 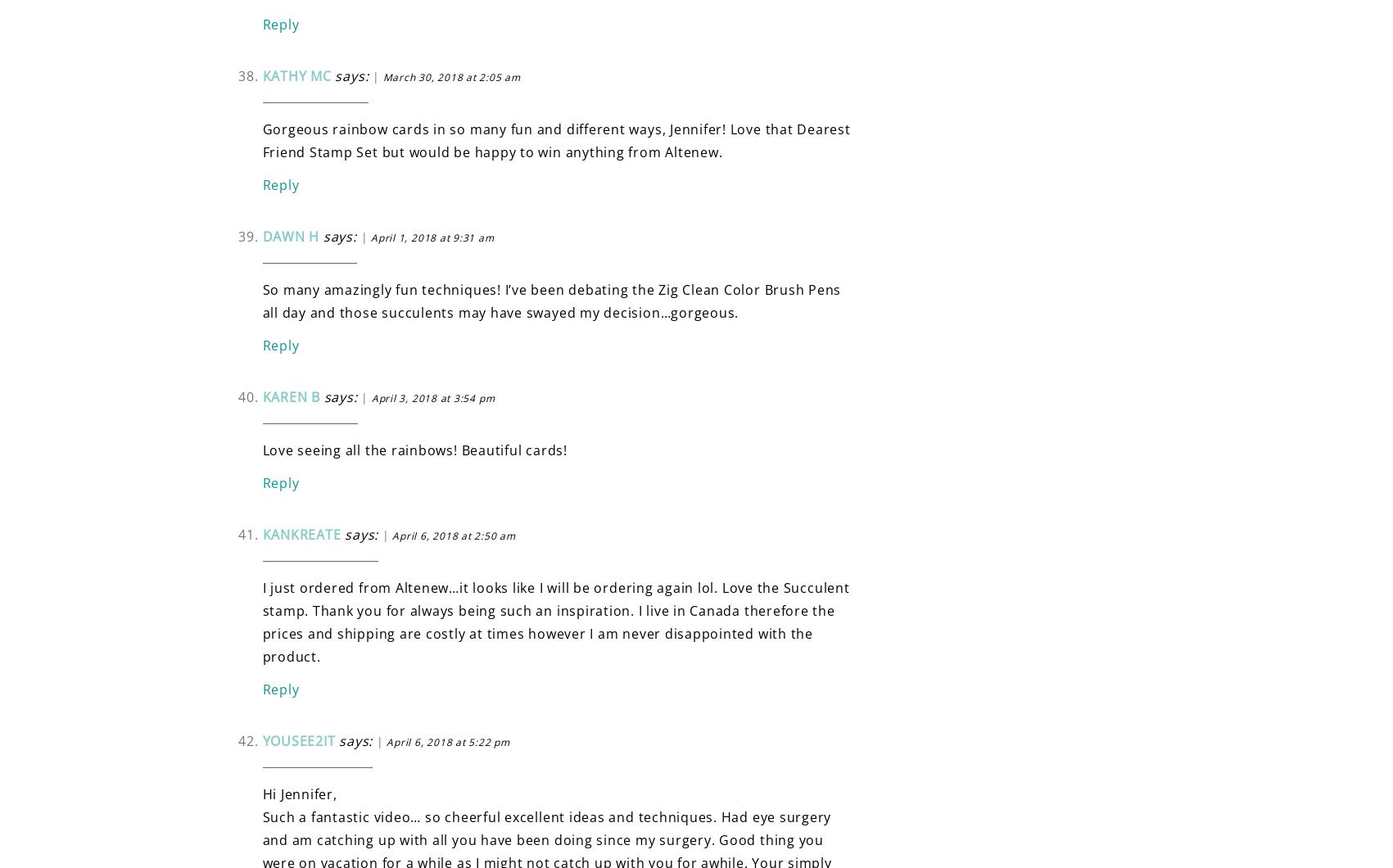 I want to click on 'Gorgeous rainbow cards in so many fun and different ways, Jennifer! Love that Dearest Friend Stamp Set but would be happy to win anything from Altenew.', so click(x=555, y=138).